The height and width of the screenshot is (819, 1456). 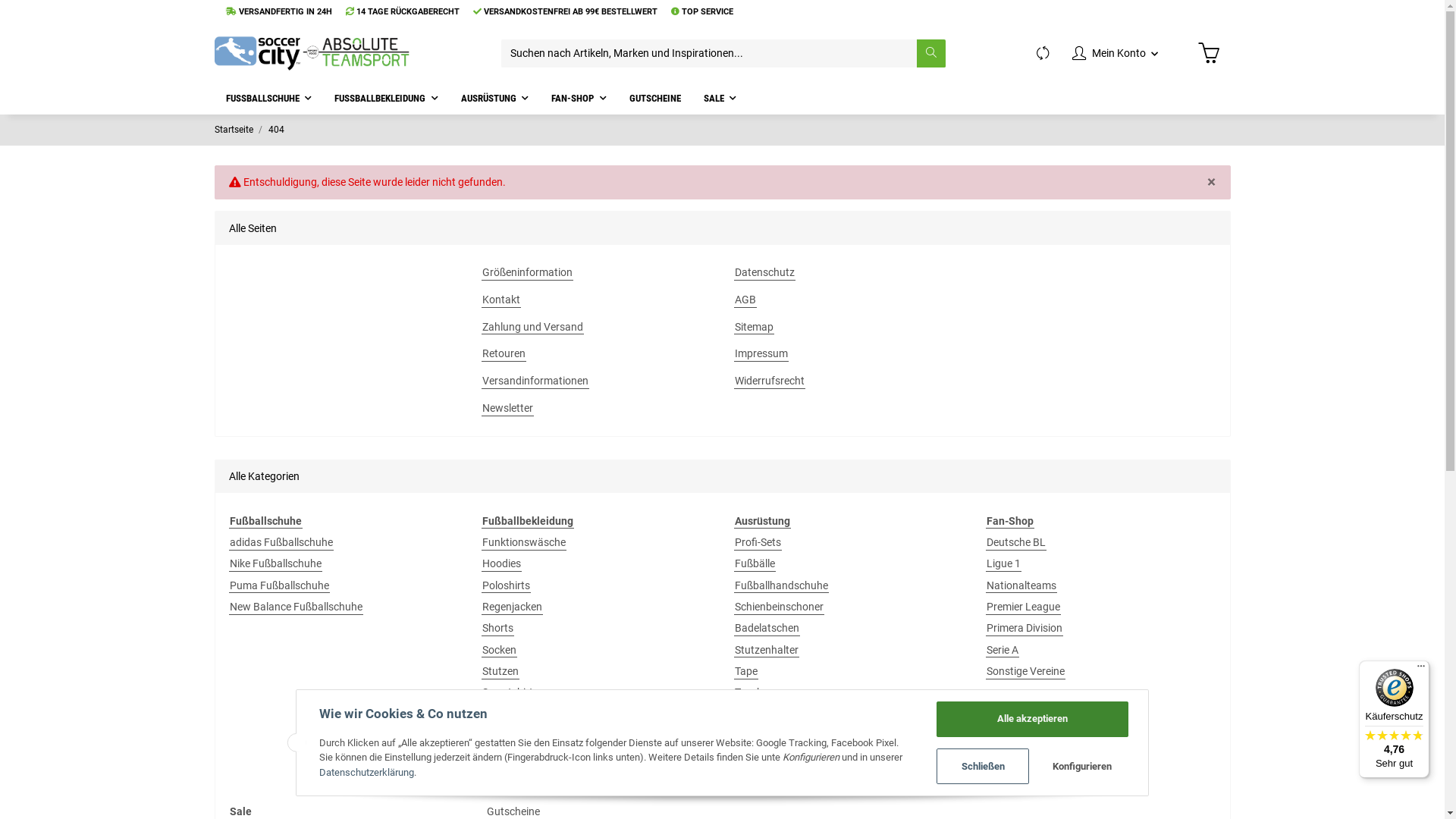 I want to click on 'Startseite', so click(x=232, y=128).